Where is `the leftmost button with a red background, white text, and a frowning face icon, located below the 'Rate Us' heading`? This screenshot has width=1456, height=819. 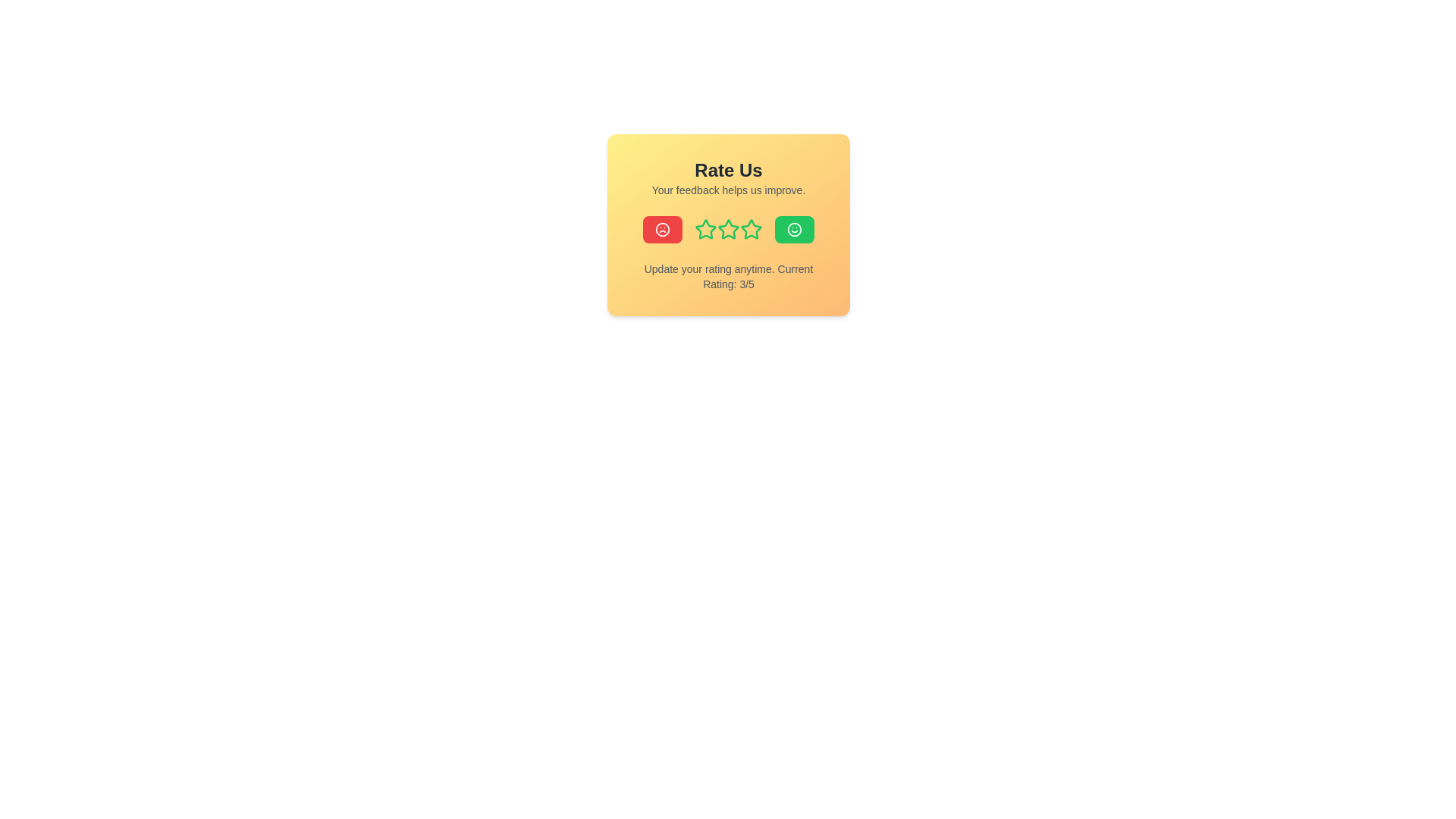 the leftmost button with a red background, white text, and a frowning face icon, located below the 'Rate Us' heading is located at coordinates (662, 230).